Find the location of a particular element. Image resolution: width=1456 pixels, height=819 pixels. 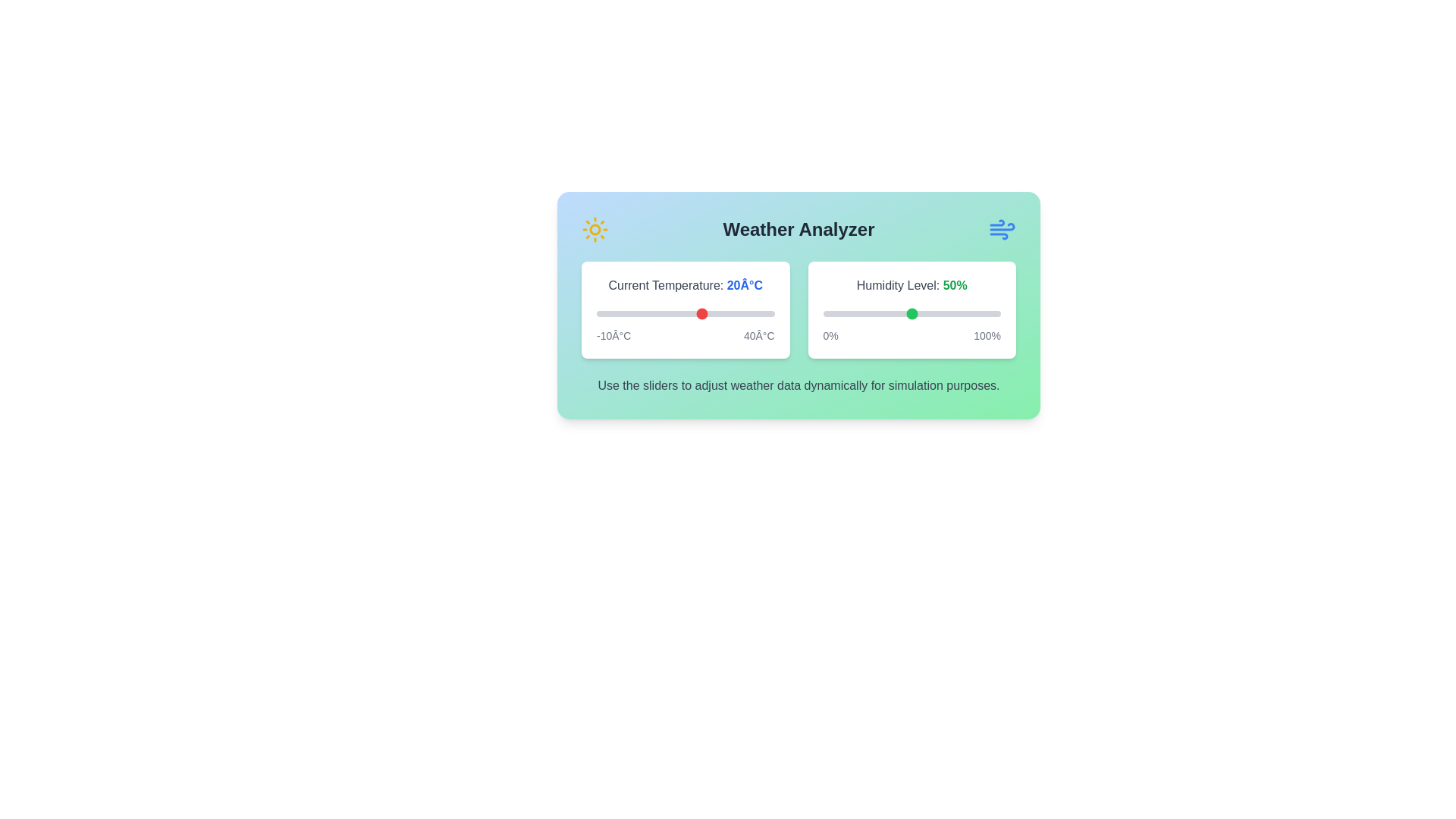

the temperature slider to 1°C is located at coordinates (635, 312).